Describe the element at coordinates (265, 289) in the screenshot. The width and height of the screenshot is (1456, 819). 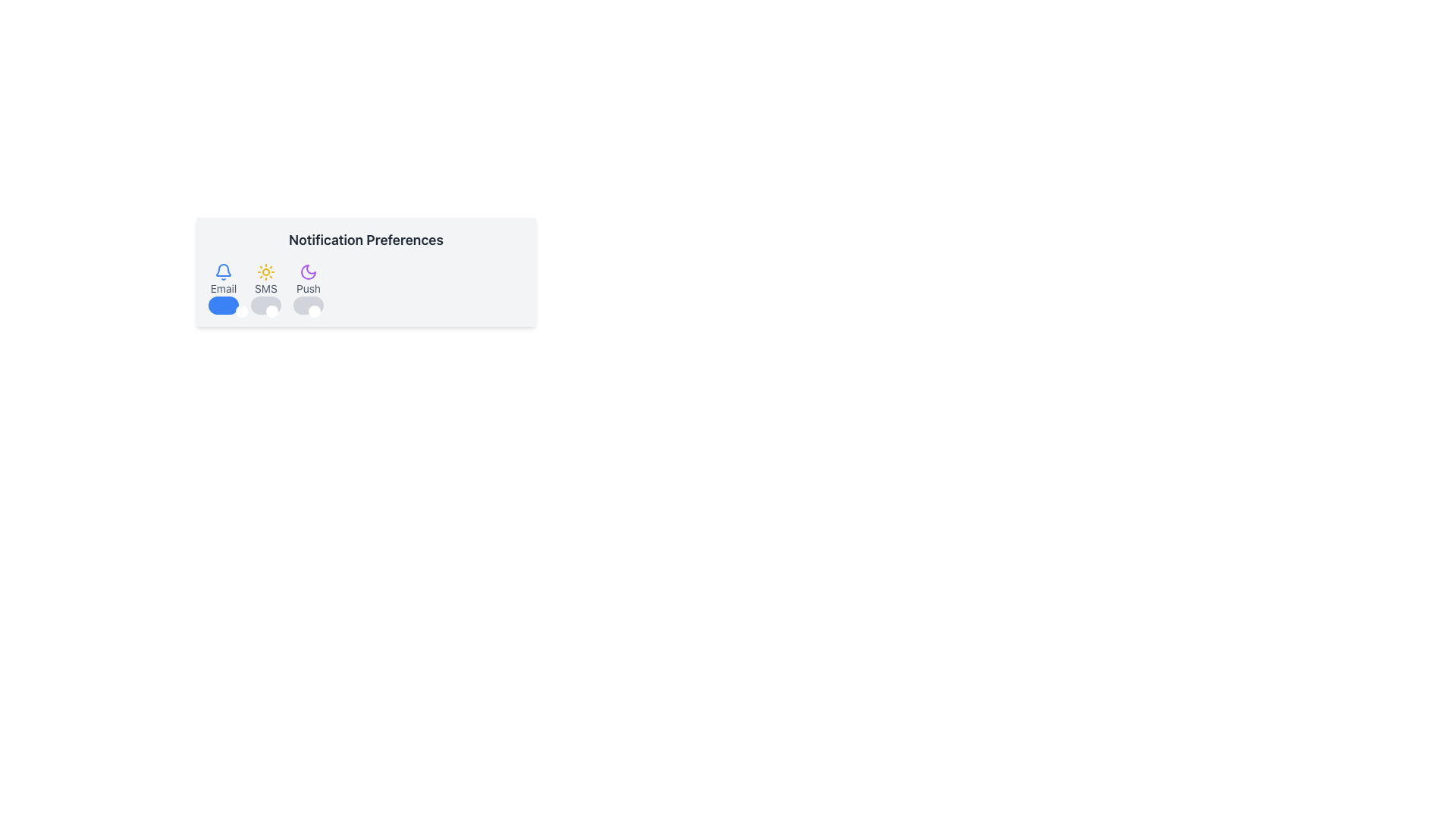
I see `the text label displaying 'SMS', which is styled in gray and located between a sun icon and a toggle switch in the notification preferences section` at that location.